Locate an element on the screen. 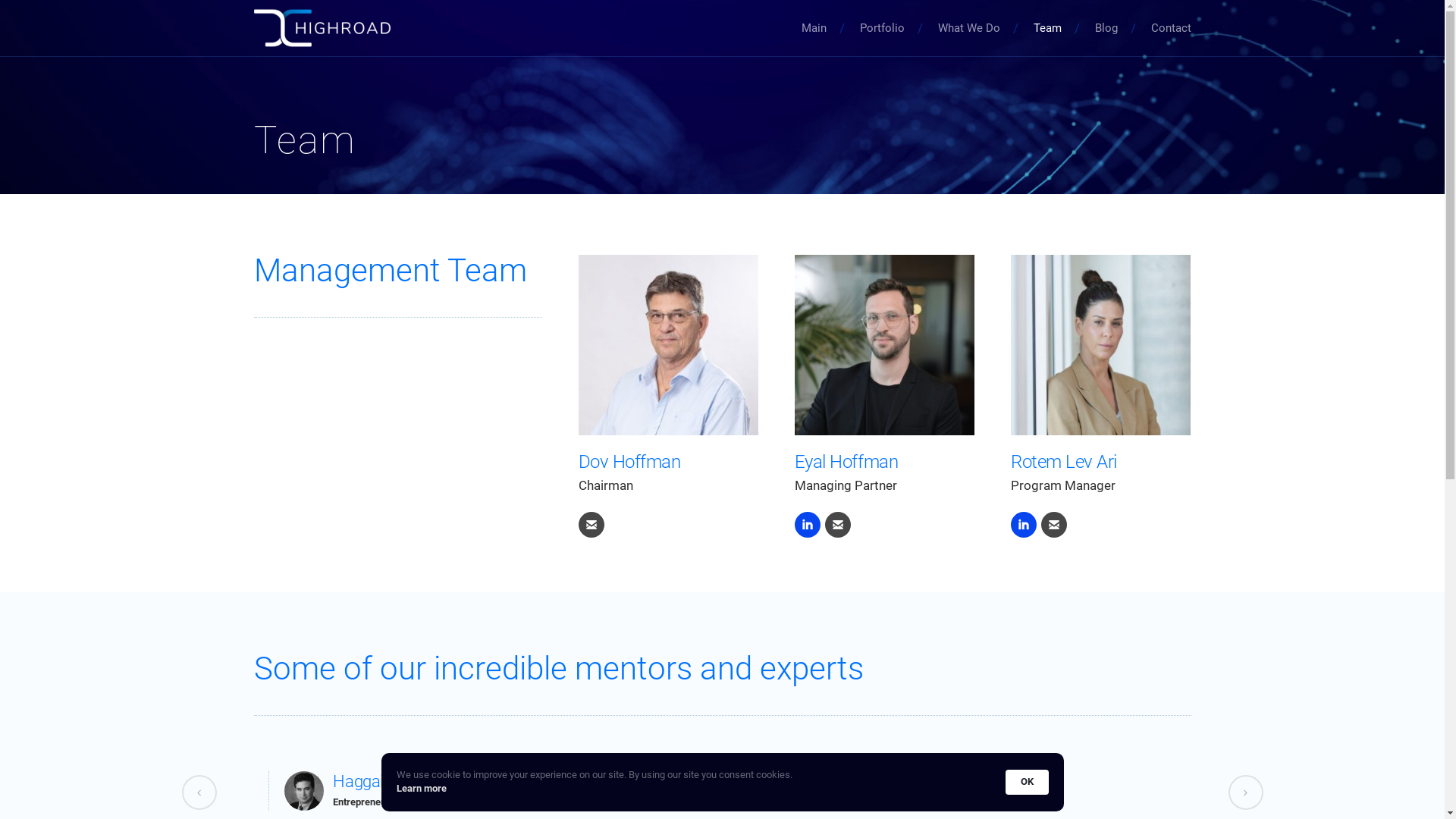 The width and height of the screenshot is (1456, 819). 'Contact' is located at coordinates (1170, 28).